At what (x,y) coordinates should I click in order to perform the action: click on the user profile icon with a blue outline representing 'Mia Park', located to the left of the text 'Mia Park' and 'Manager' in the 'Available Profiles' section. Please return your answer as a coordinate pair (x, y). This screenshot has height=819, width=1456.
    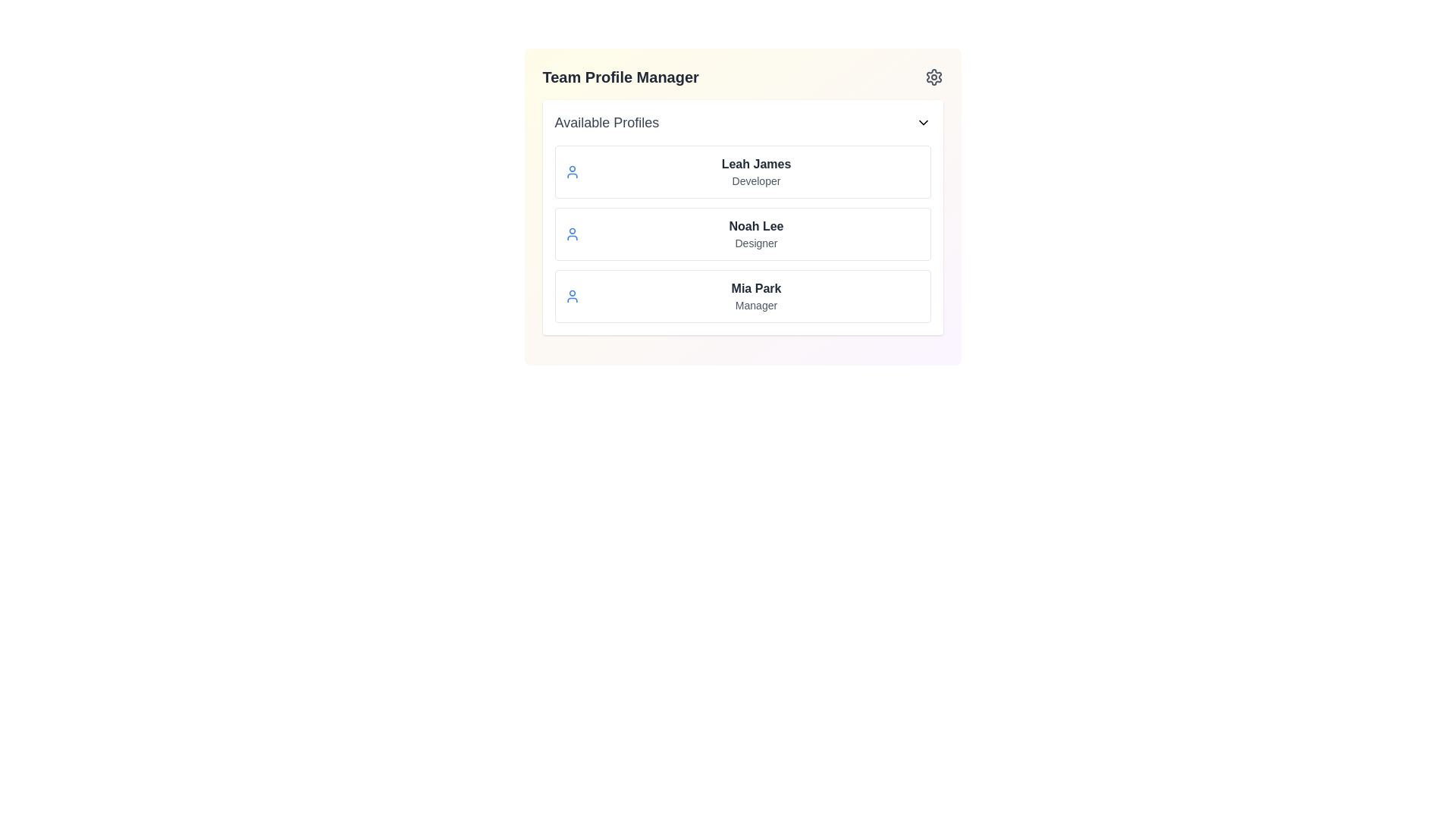
    Looking at the image, I should click on (571, 296).